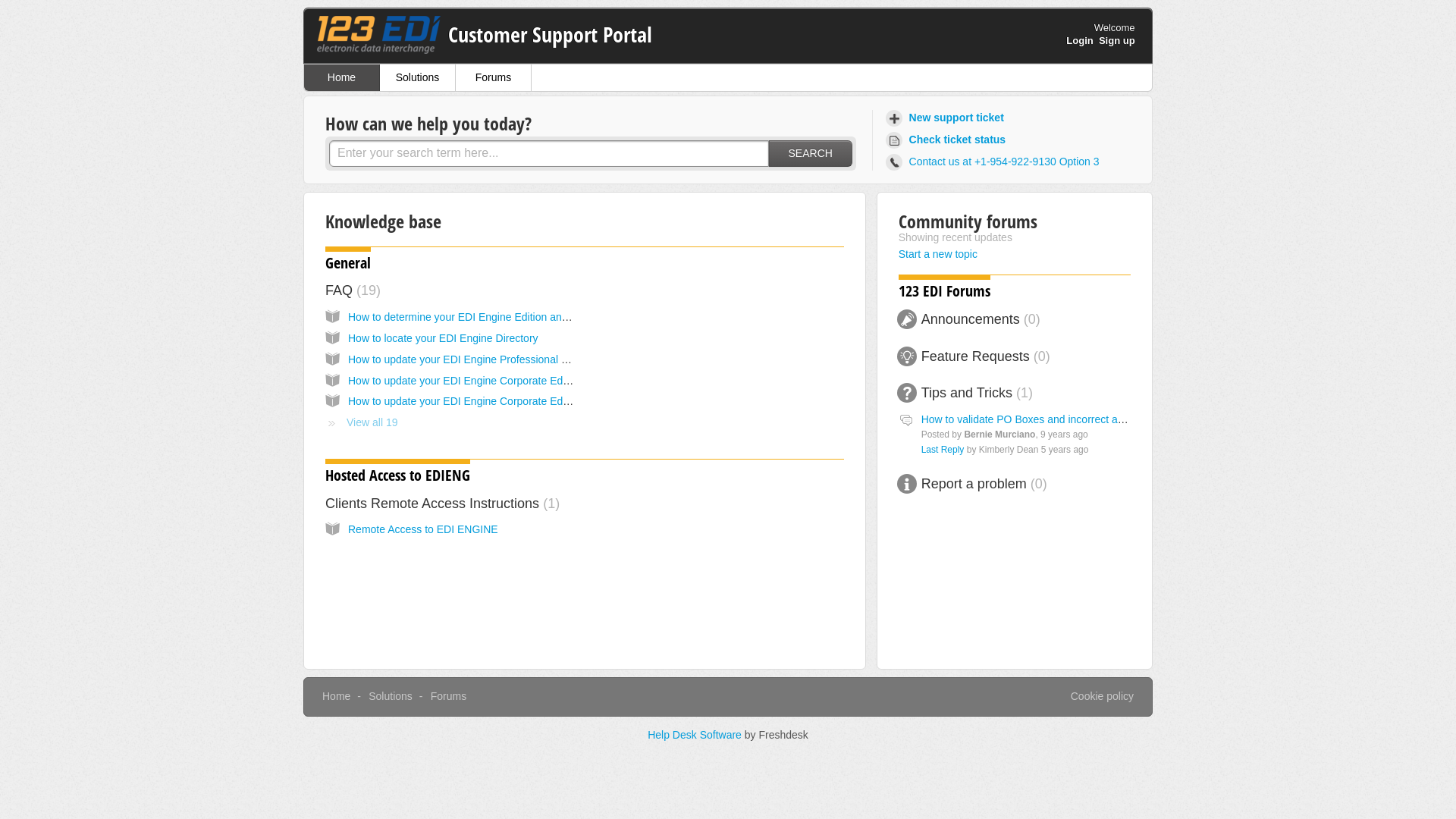  Describe the element at coordinates (986, 356) in the screenshot. I see `'Feature Requests 0'` at that location.